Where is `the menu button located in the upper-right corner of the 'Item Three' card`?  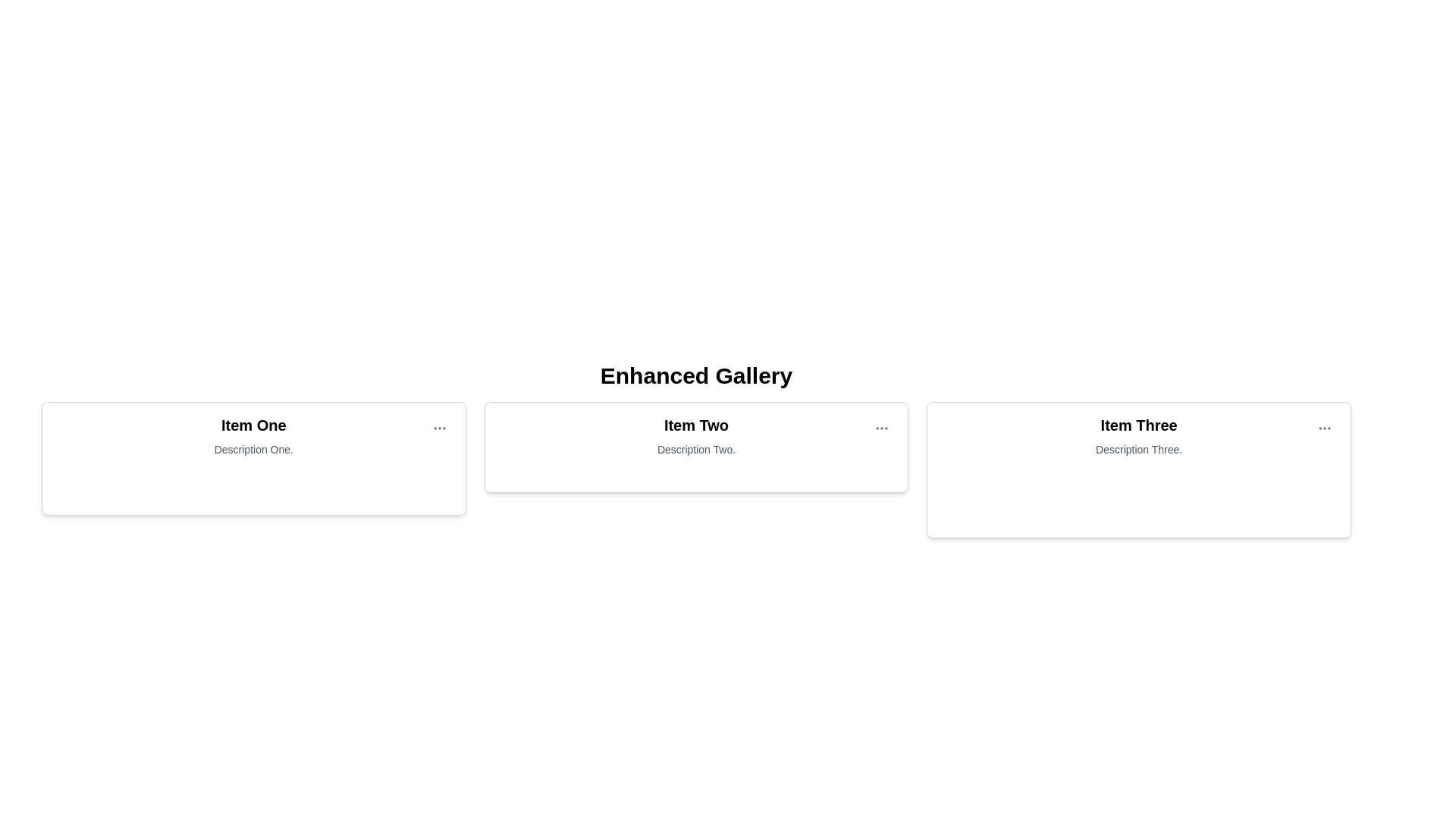
the menu button located in the upper-right corner of the 'Item Three' card is located at coordinates (1324, 428).